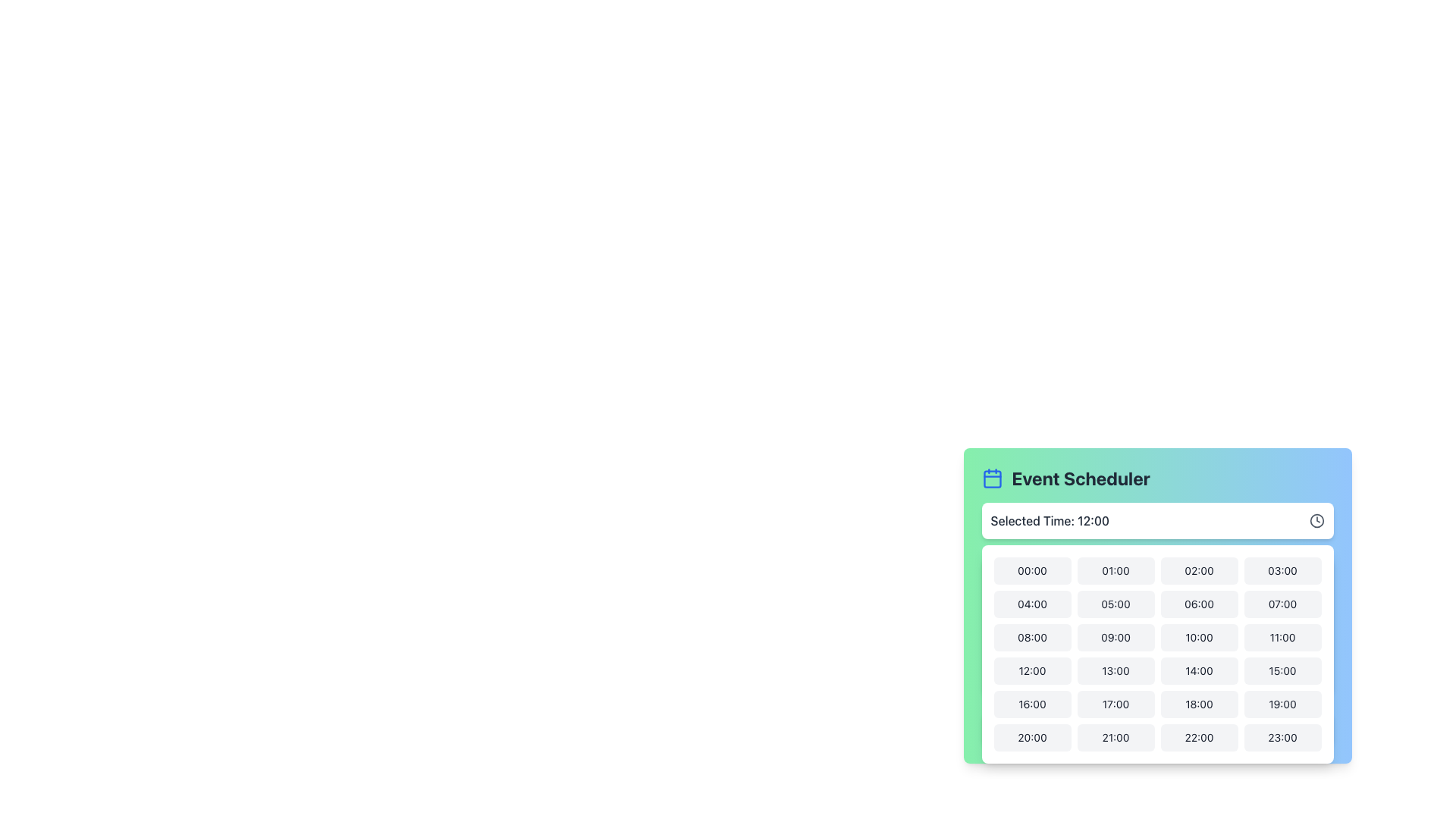 This screenshot has width=1456, height=819. Describe the element at coordinates (1116, 670) in the screenshot. I see `the rectangular button labeled '13:00' in the 'Event Scheduler' dialog box` at that location.